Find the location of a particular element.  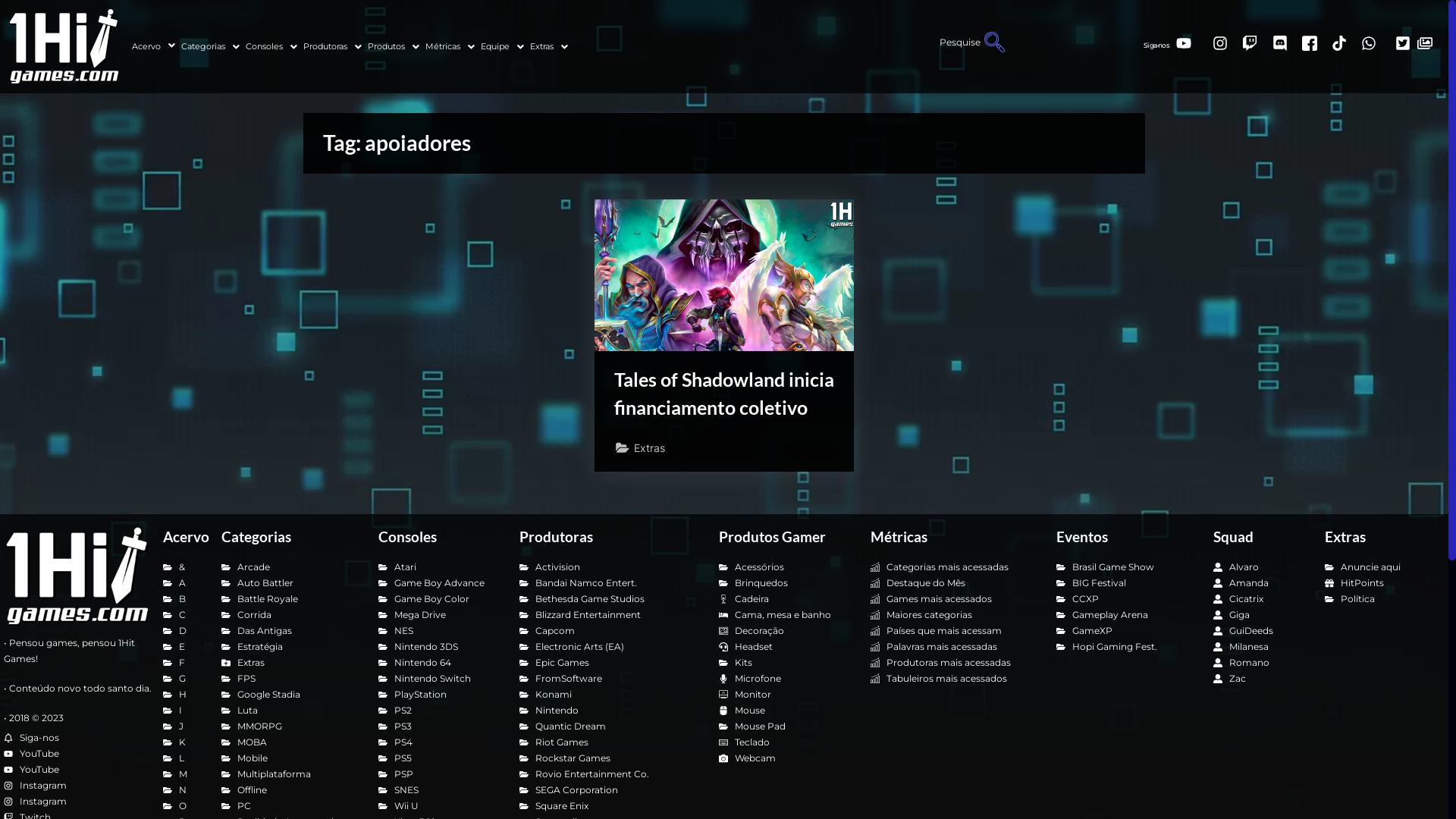

'SEGA Corporation' is located at coordinates (611, 789).